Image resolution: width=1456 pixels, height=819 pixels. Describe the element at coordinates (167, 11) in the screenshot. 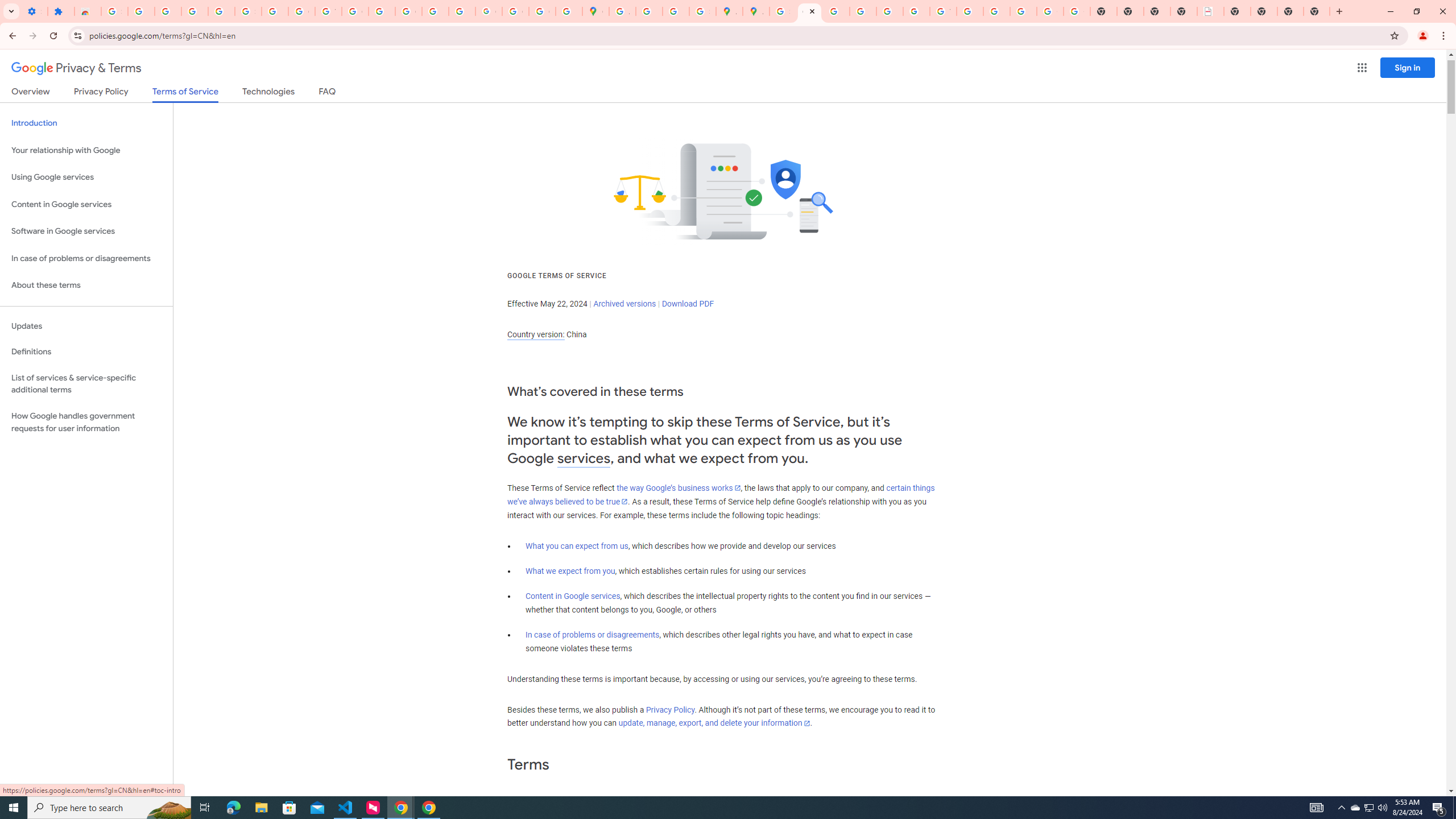

I see `'Delete photos & videos - Computer - Google Photos Help'` at that location.